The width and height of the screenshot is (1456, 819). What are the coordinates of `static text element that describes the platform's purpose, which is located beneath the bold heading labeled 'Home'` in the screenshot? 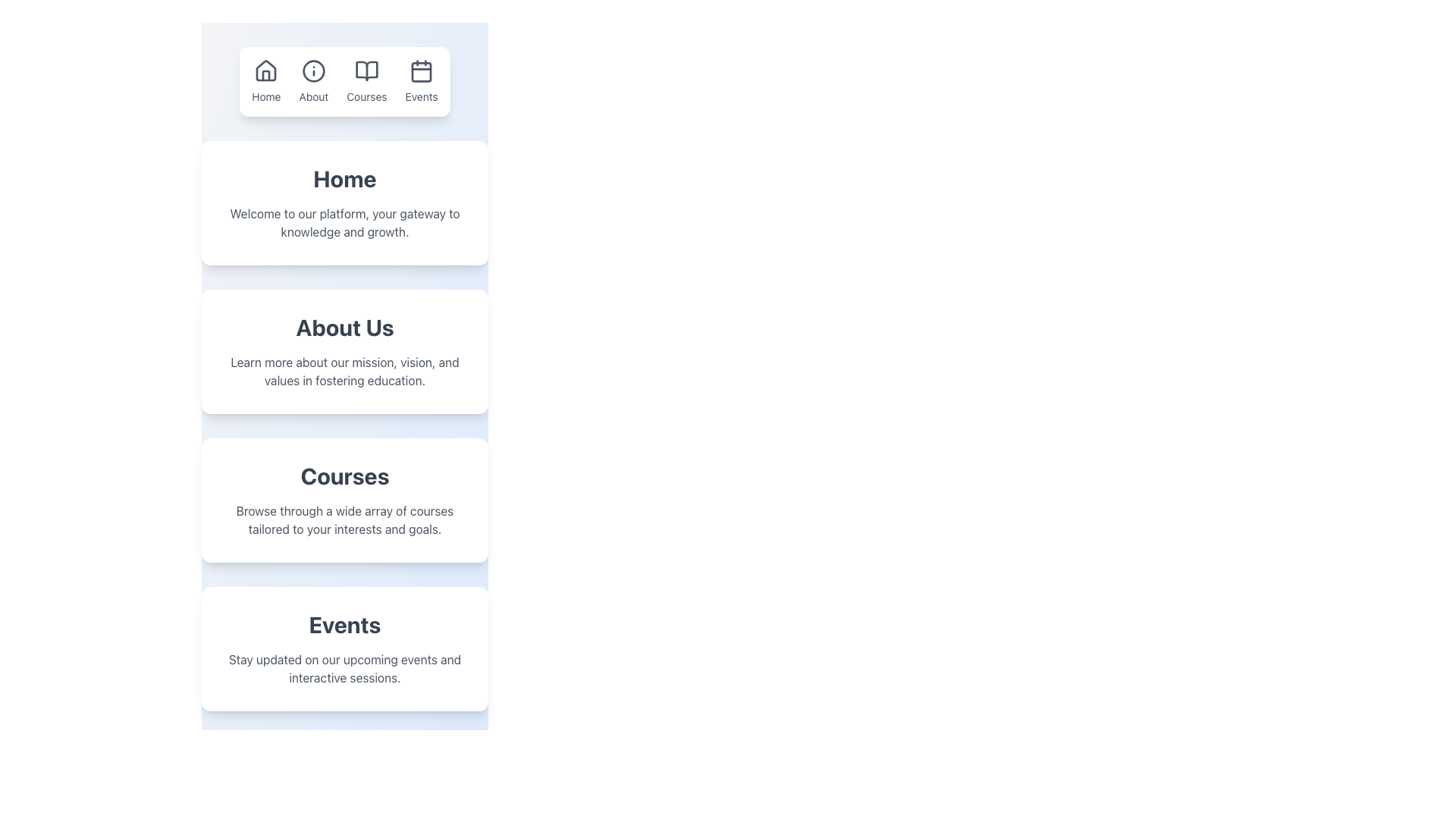 It's located at (344, 222).